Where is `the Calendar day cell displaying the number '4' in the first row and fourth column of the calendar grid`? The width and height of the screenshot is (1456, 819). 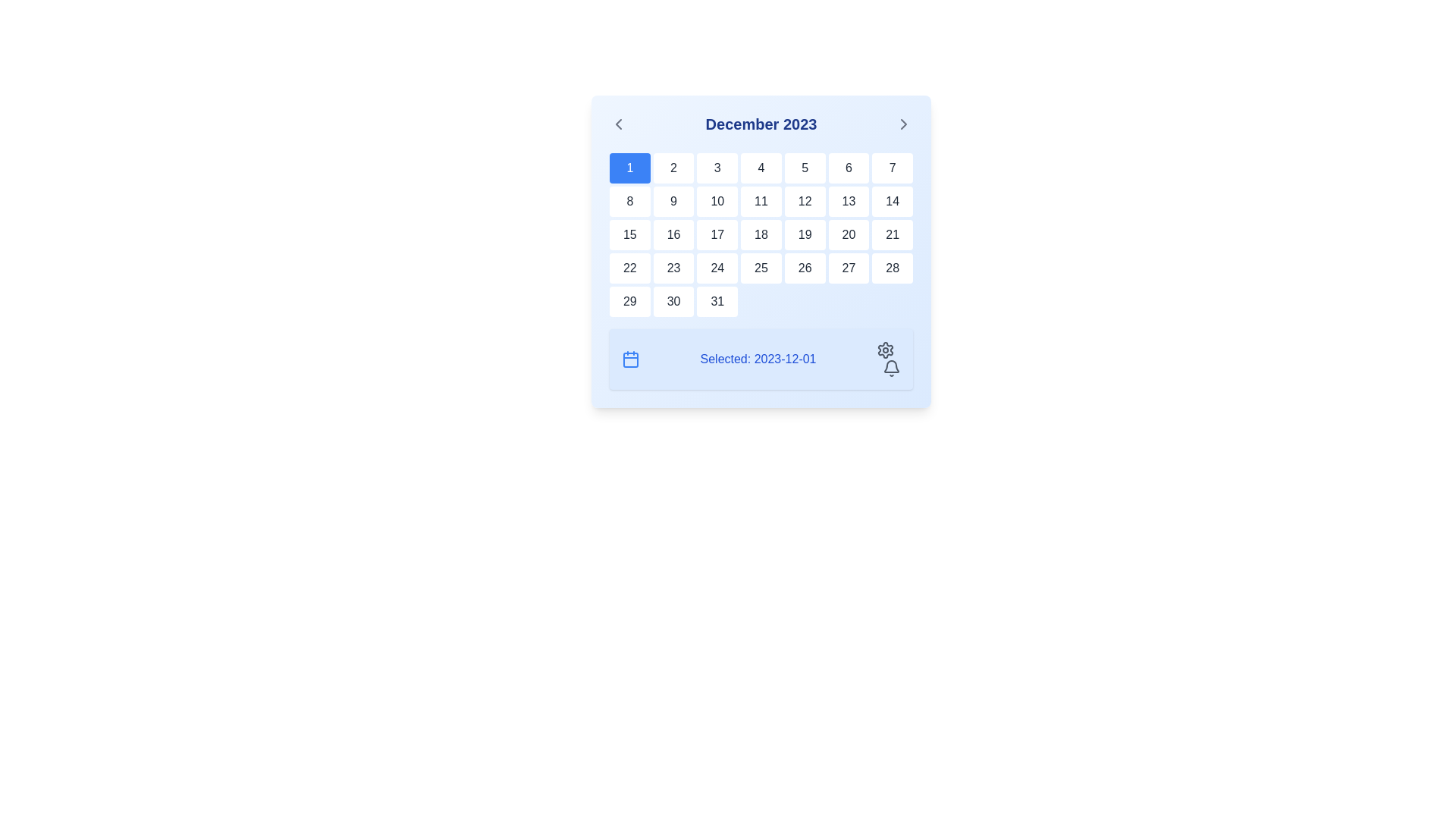 the Calendar day cell displaying the number '4' in the first row and fourth column of the calendar grid is located at coordinates (761, 168).